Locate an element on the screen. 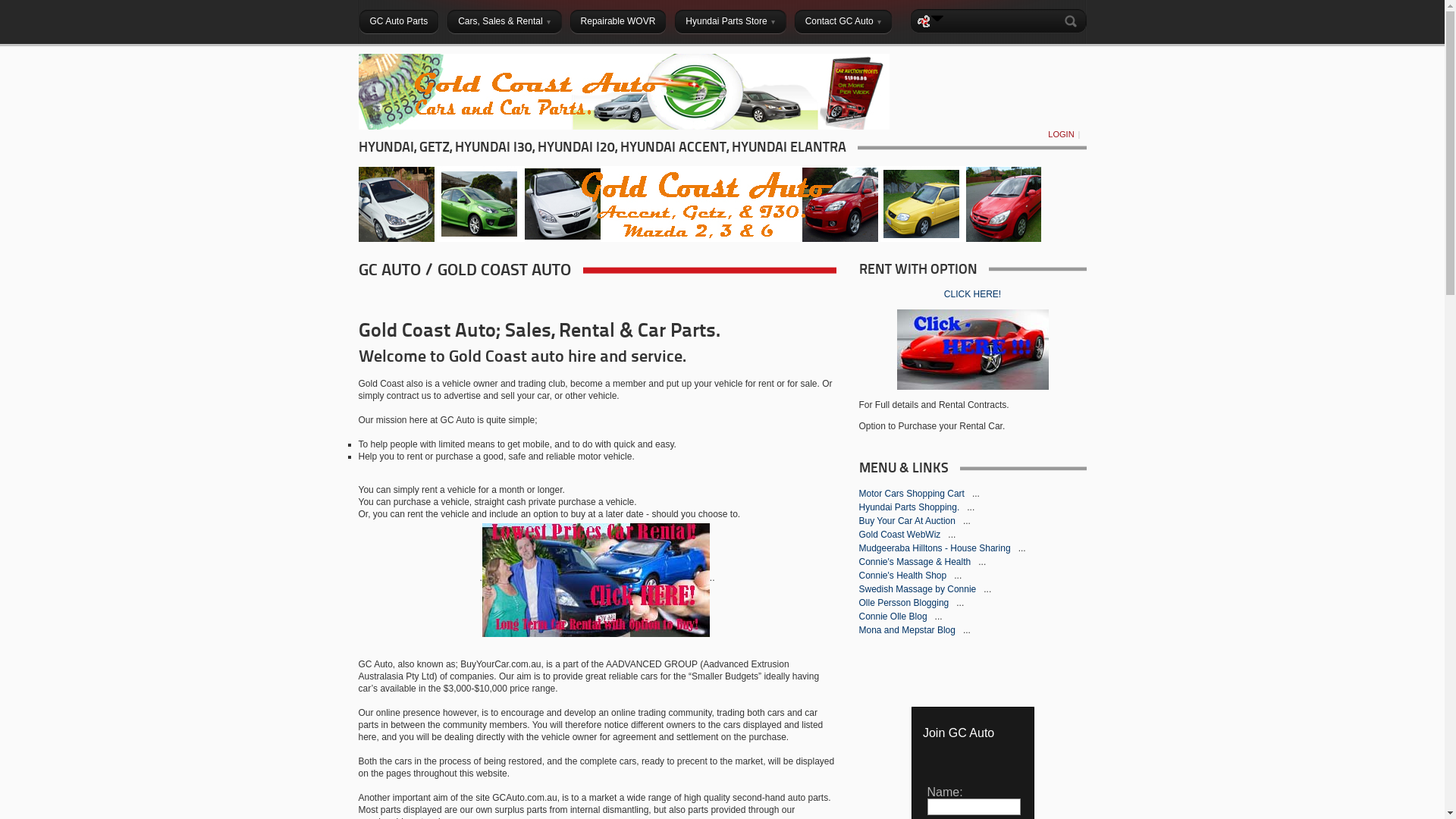  'Motor Cars Shopping Cart' is located at coordinates (912, 494).